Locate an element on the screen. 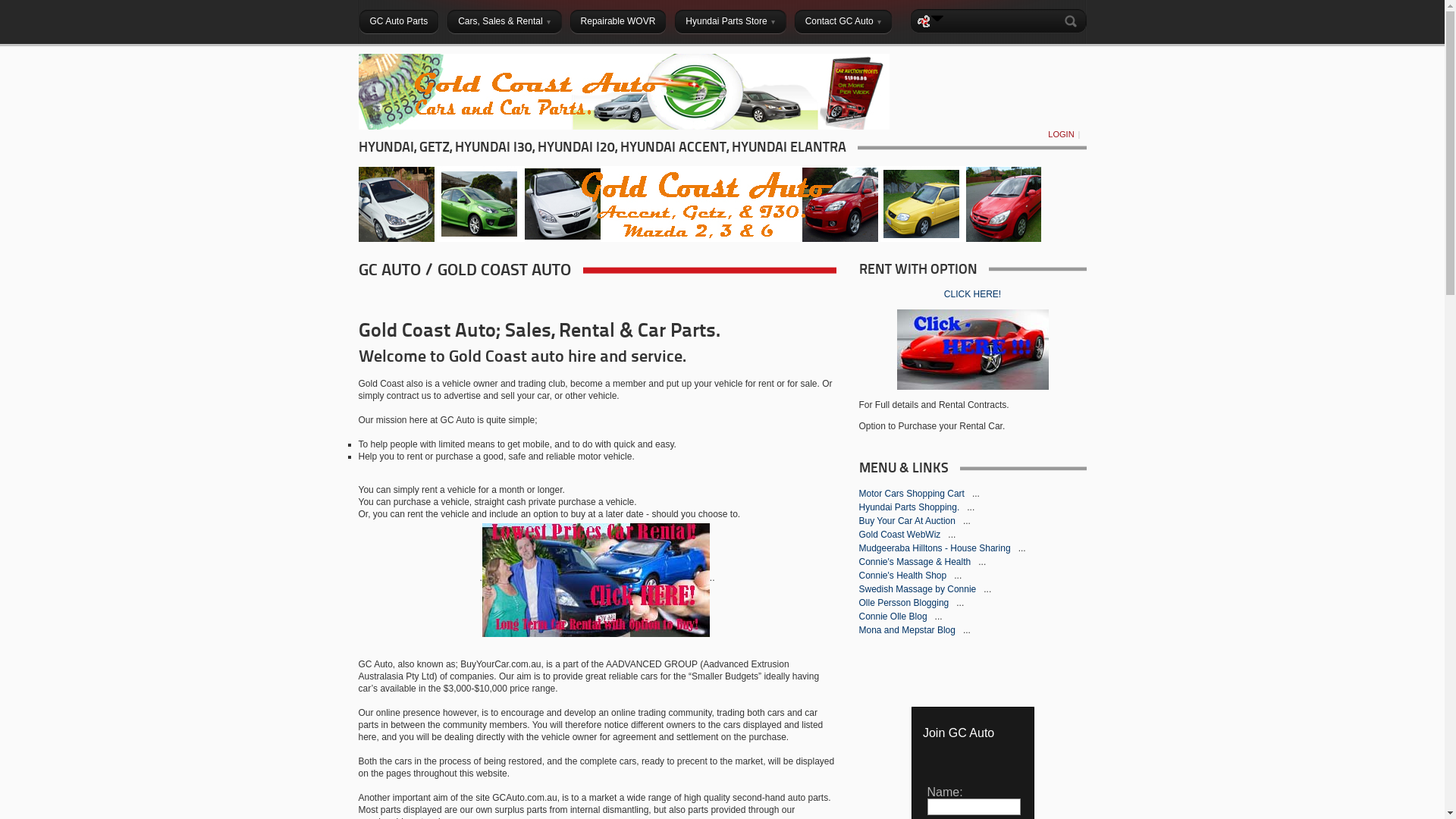  'Motor Cars Shopping Cart' is located at coordinates (912, 494).